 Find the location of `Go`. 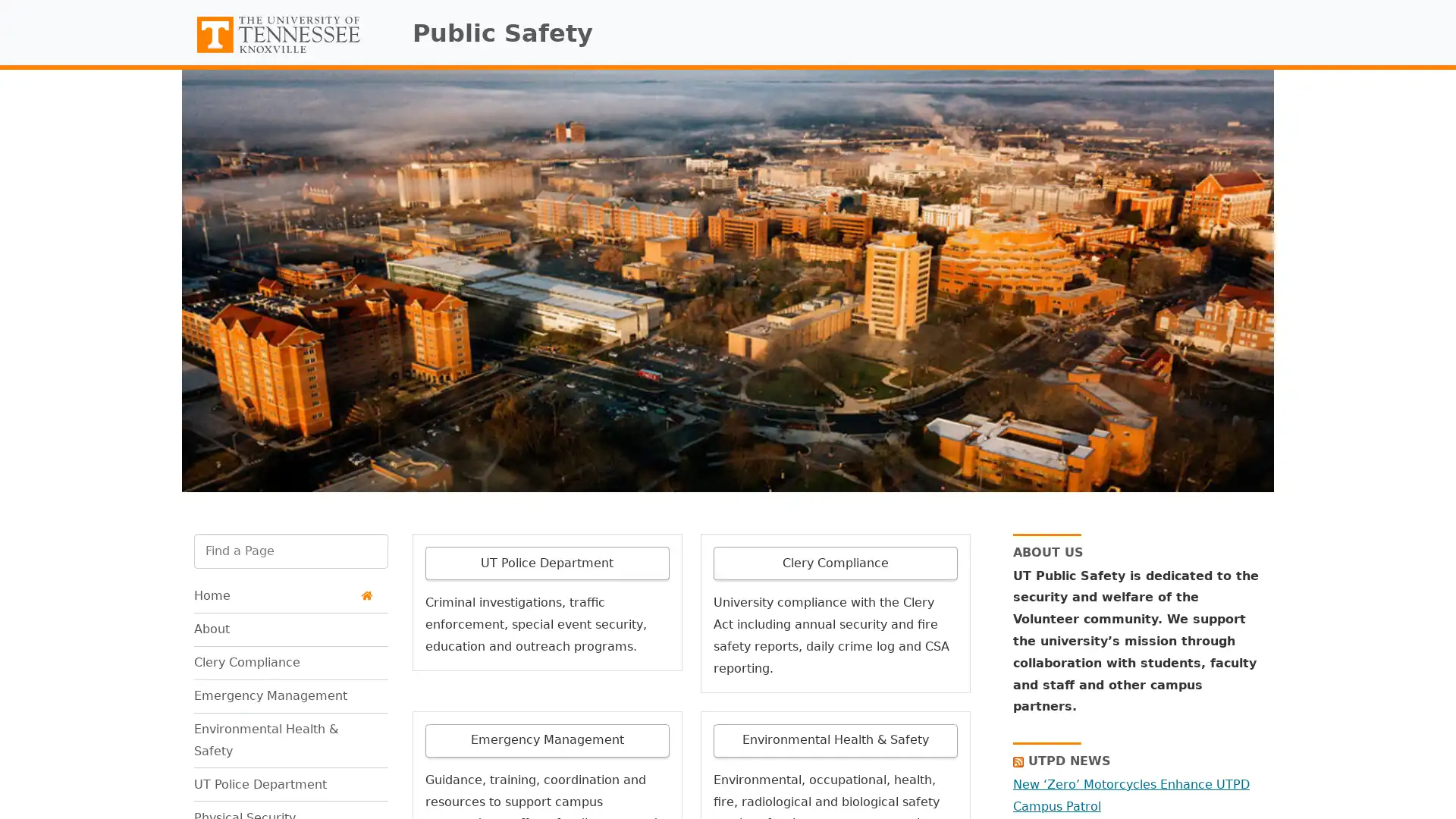

Go is located at coordinates (193, 579).